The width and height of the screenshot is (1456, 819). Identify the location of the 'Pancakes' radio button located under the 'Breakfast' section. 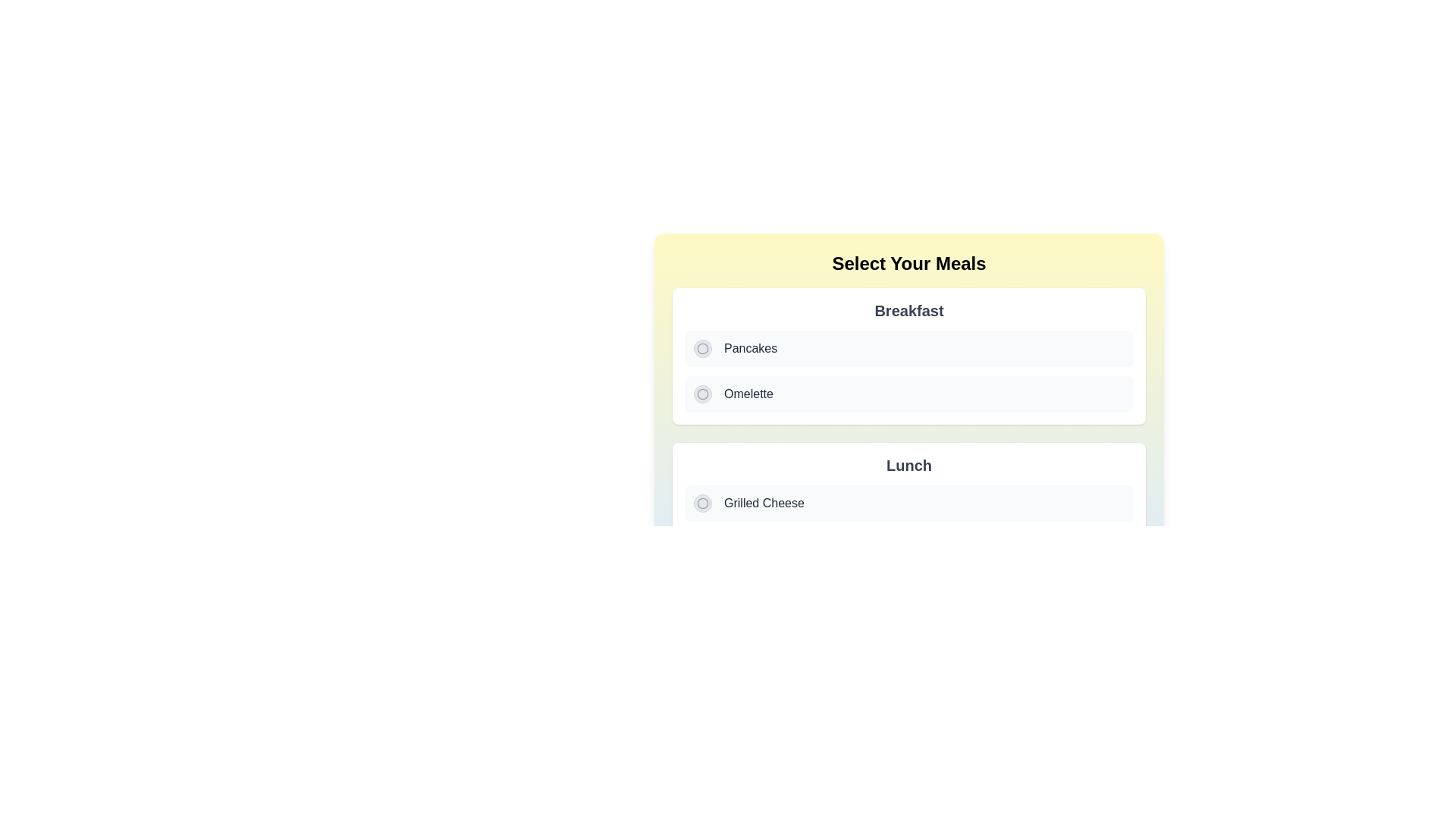
(909, 348).